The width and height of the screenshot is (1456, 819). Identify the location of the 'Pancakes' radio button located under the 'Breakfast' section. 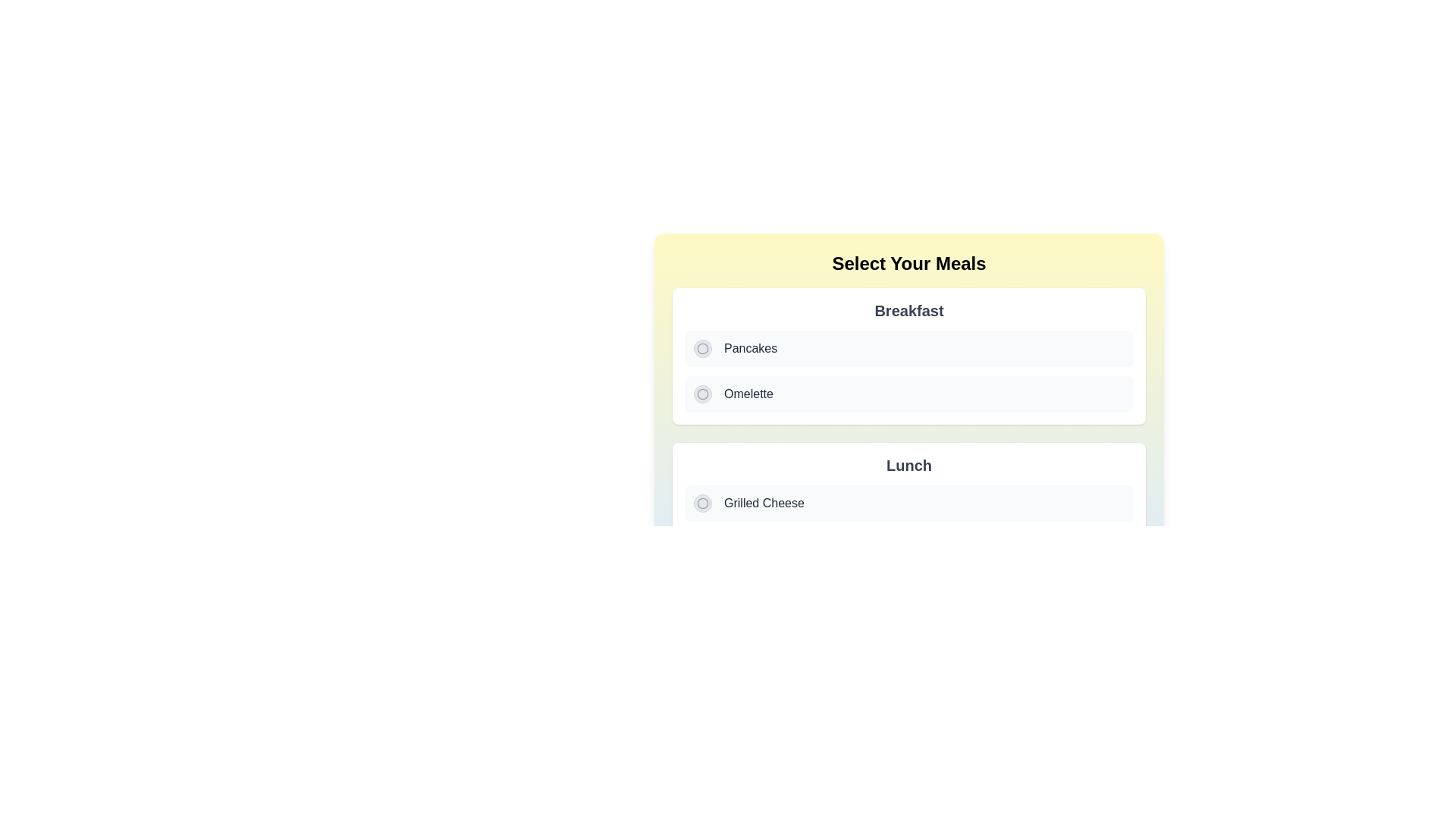
(909, 348).